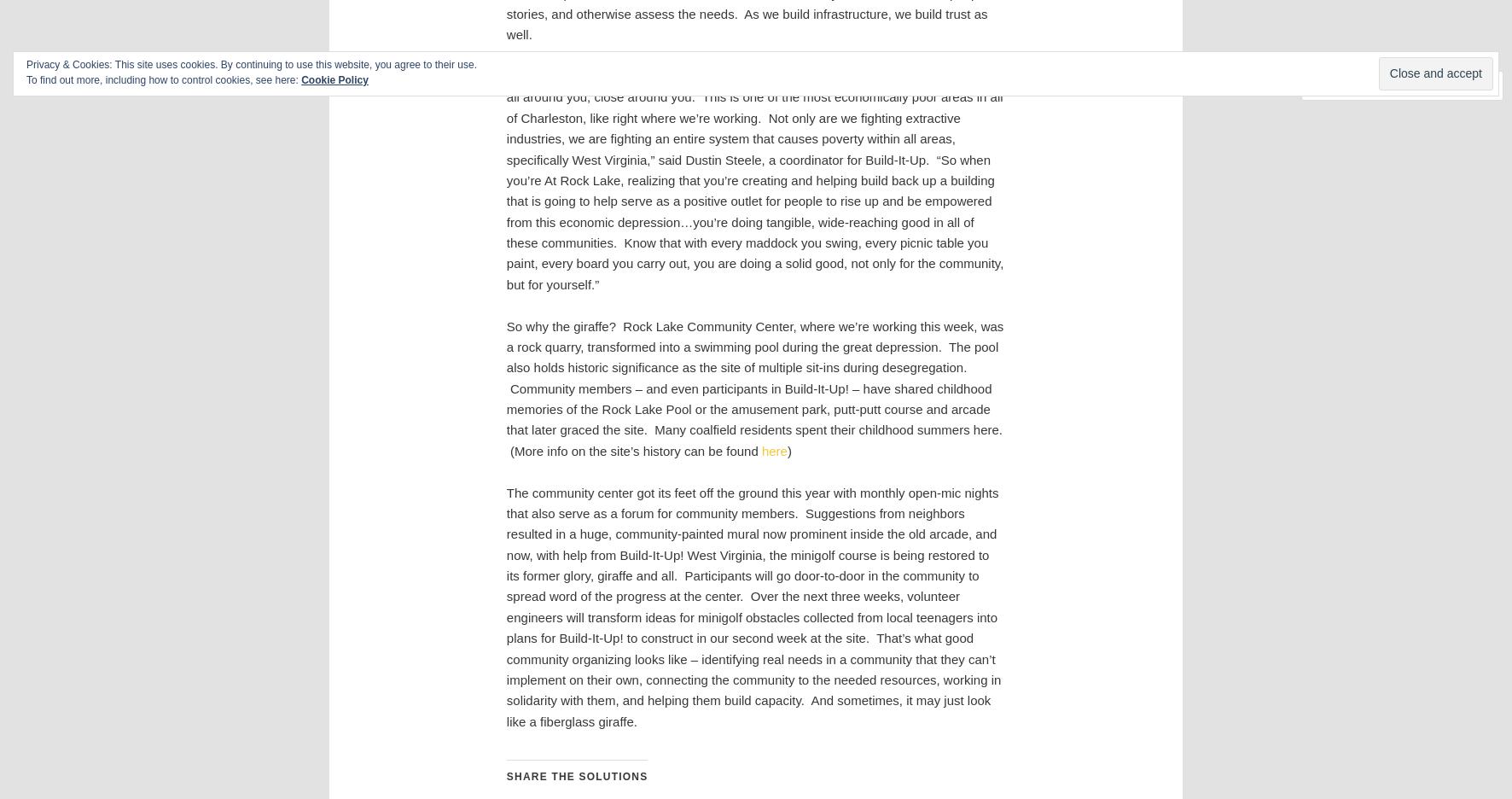 The image size is (1512, 799). Describe the element at coordinates (754, 179) in the screenshot. I see `'“Even though you can’t see the economic improverishment right there in Rock Lake it is all around you, close around you.  This is one of the most economically poor areas in all of Charleston, like right where we’re working.  Not only are we fighting extractive industries, we are fighting an entire system that causes poverty within all areas, specifically West Virginia,” said Dustin Steele, a coordinator for Build-It-Up.  “So when you’re At Rock Lake, realizing that you’re creating and helping build back up a building that is going to help serve as a positive outlet for people to rise up and be empowered from this economic depression…you’re doing tangible, wide-reaching good in all of these communities.  Know that with every maddock you swing, every picnic table you paint, every board you carry out, you are doing a solid good, not only for the community, but for yourself.”'` at that location.